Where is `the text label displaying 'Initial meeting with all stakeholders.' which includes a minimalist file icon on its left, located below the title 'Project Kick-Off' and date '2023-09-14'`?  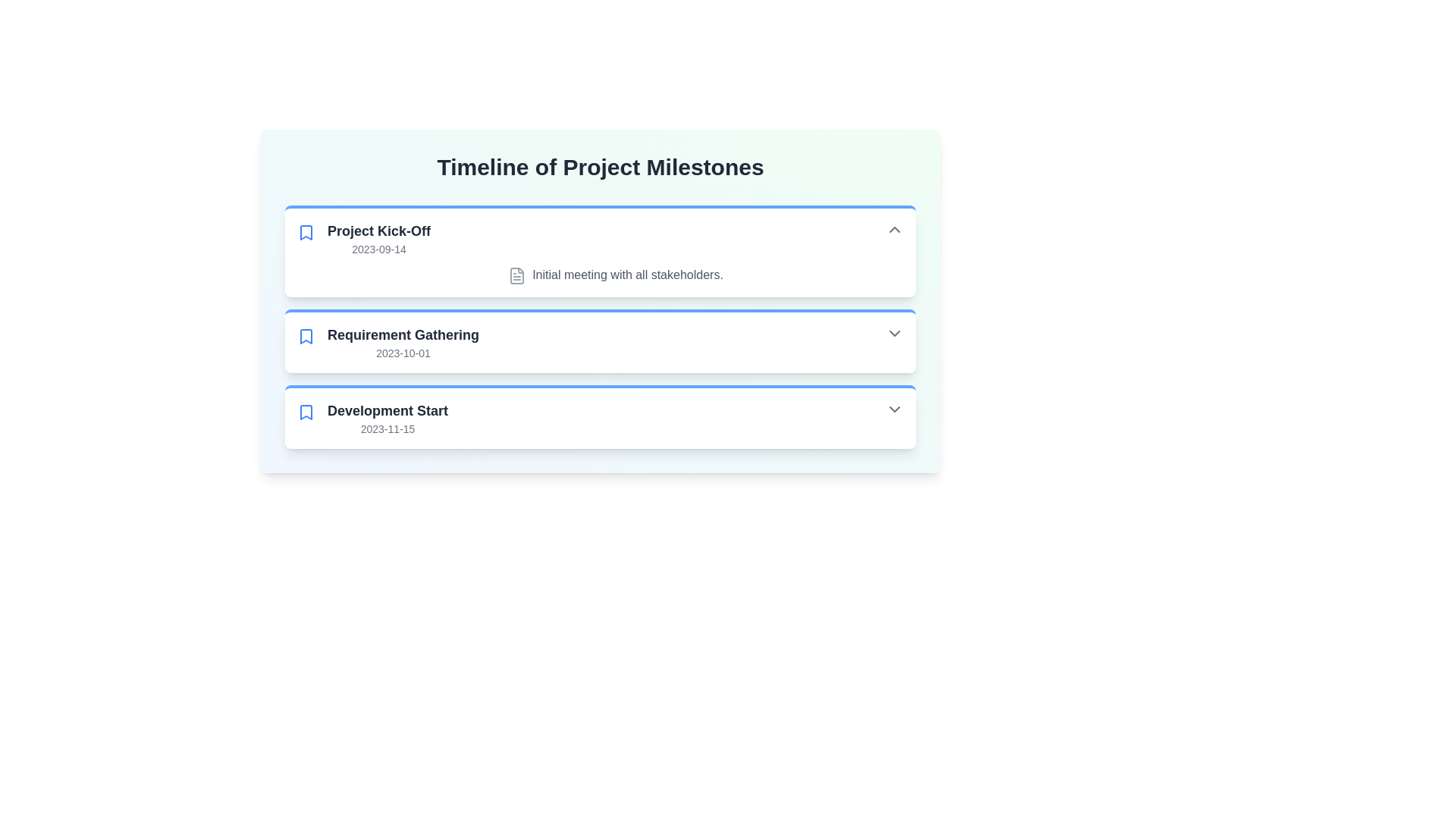
the text label displaying 'Initial meeting with all stakeholders.' which includes a minimalist file icon on its left, located below the title 'Project Kick-Off' and date '2023-09-14' is located at coordinates (615, 275).